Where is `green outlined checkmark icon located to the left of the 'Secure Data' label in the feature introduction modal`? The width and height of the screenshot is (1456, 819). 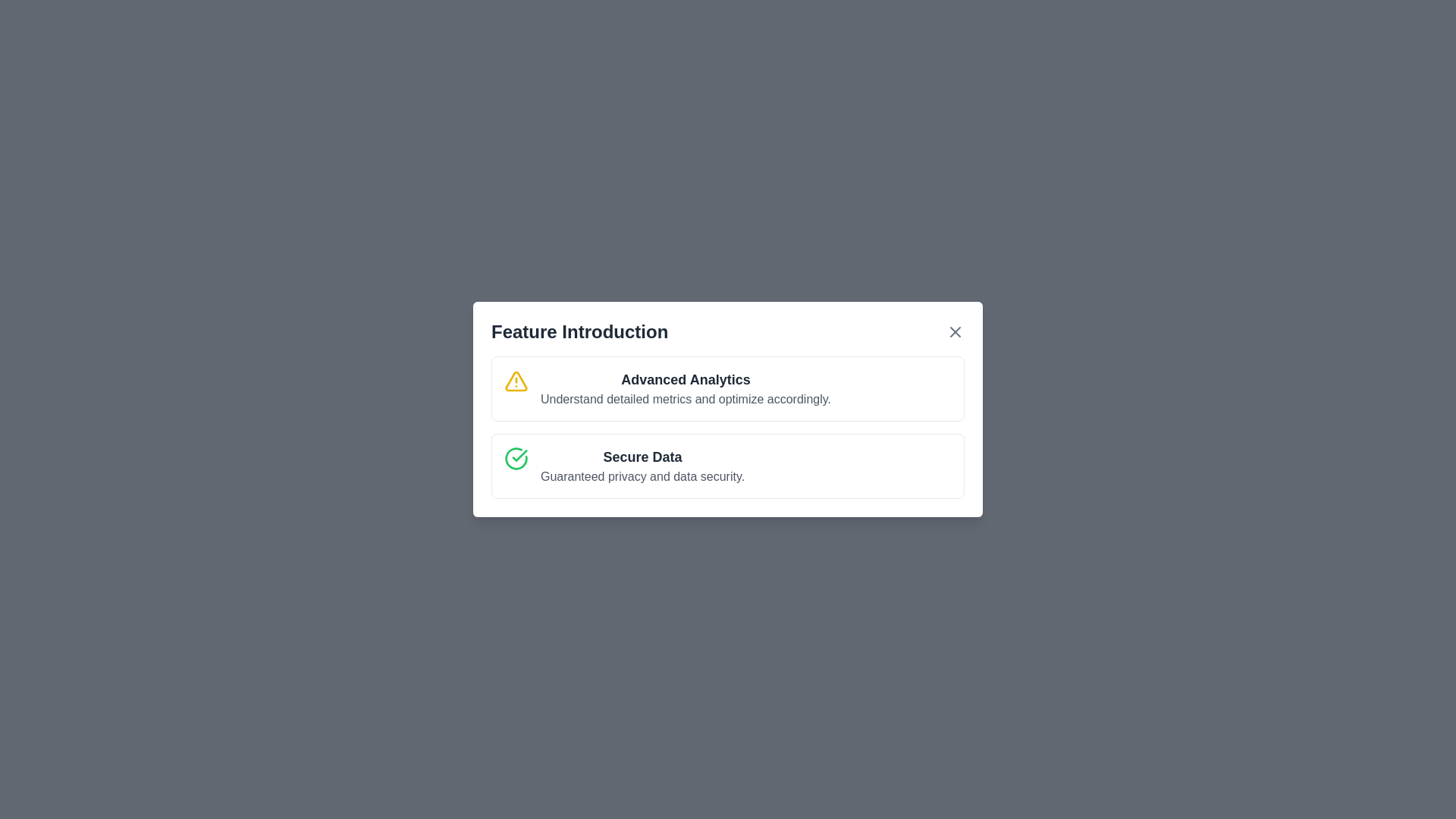
green outlined checkmark icon located to the left of the 'Secure Data' label in the feature introduction modal is located at coordinates (519, 455).